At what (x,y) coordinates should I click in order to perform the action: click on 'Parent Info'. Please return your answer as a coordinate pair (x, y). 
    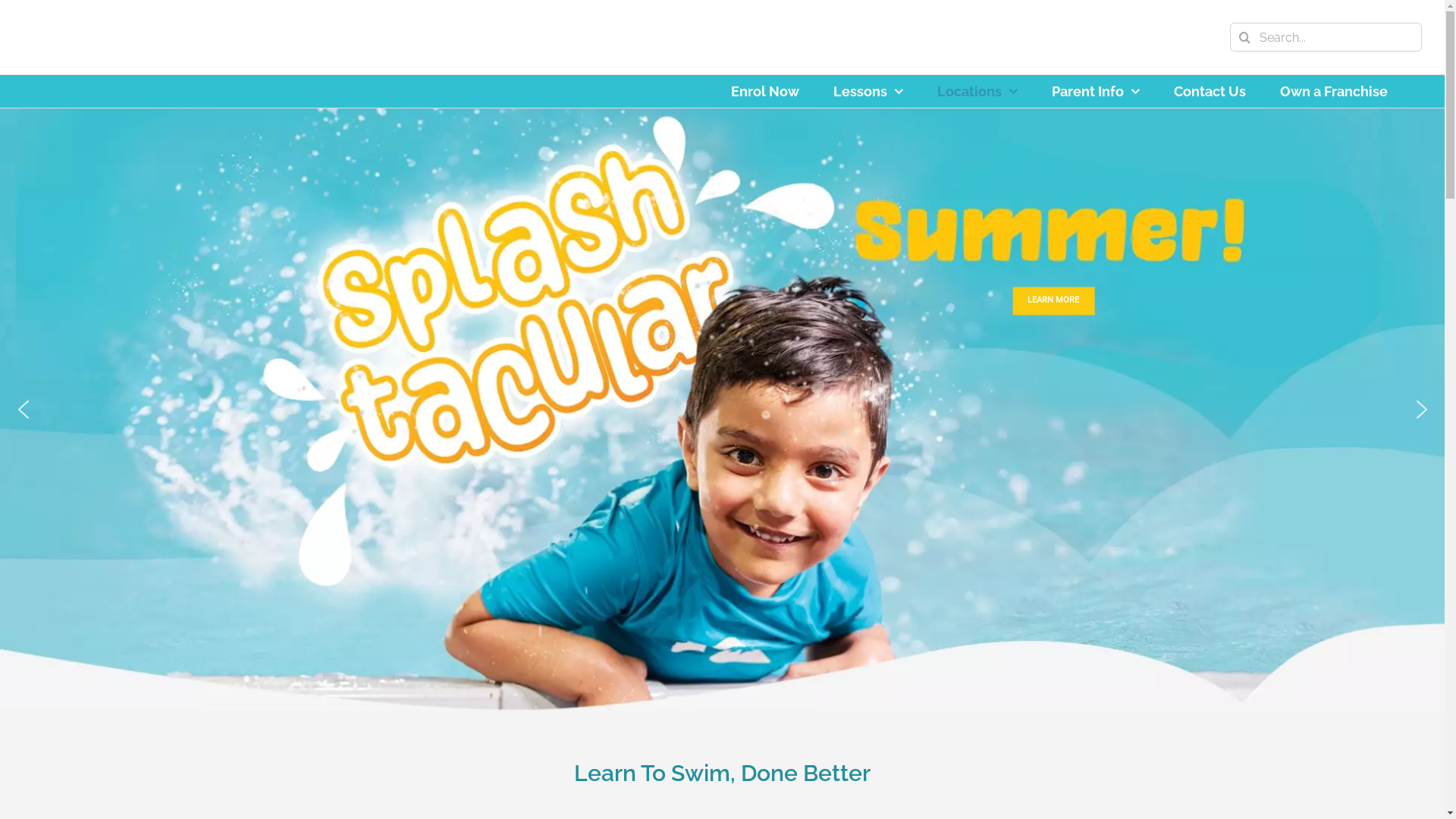
    Looking at the image, I should click on (1095, 91).